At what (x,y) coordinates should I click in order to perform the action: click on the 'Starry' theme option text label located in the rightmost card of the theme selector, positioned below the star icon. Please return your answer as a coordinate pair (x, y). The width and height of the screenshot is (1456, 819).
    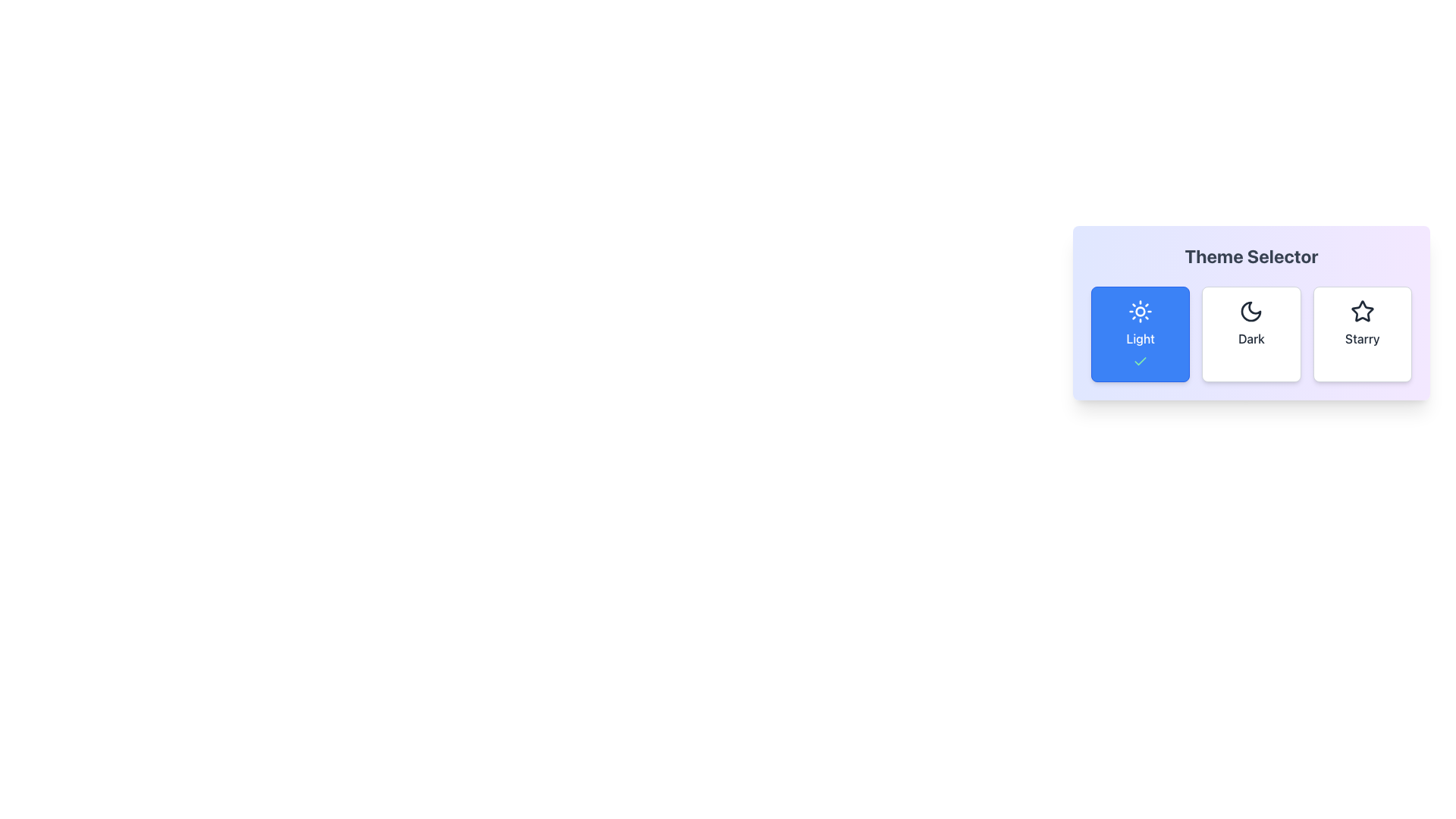
    Looking at the image, I should click on (1362, 338).